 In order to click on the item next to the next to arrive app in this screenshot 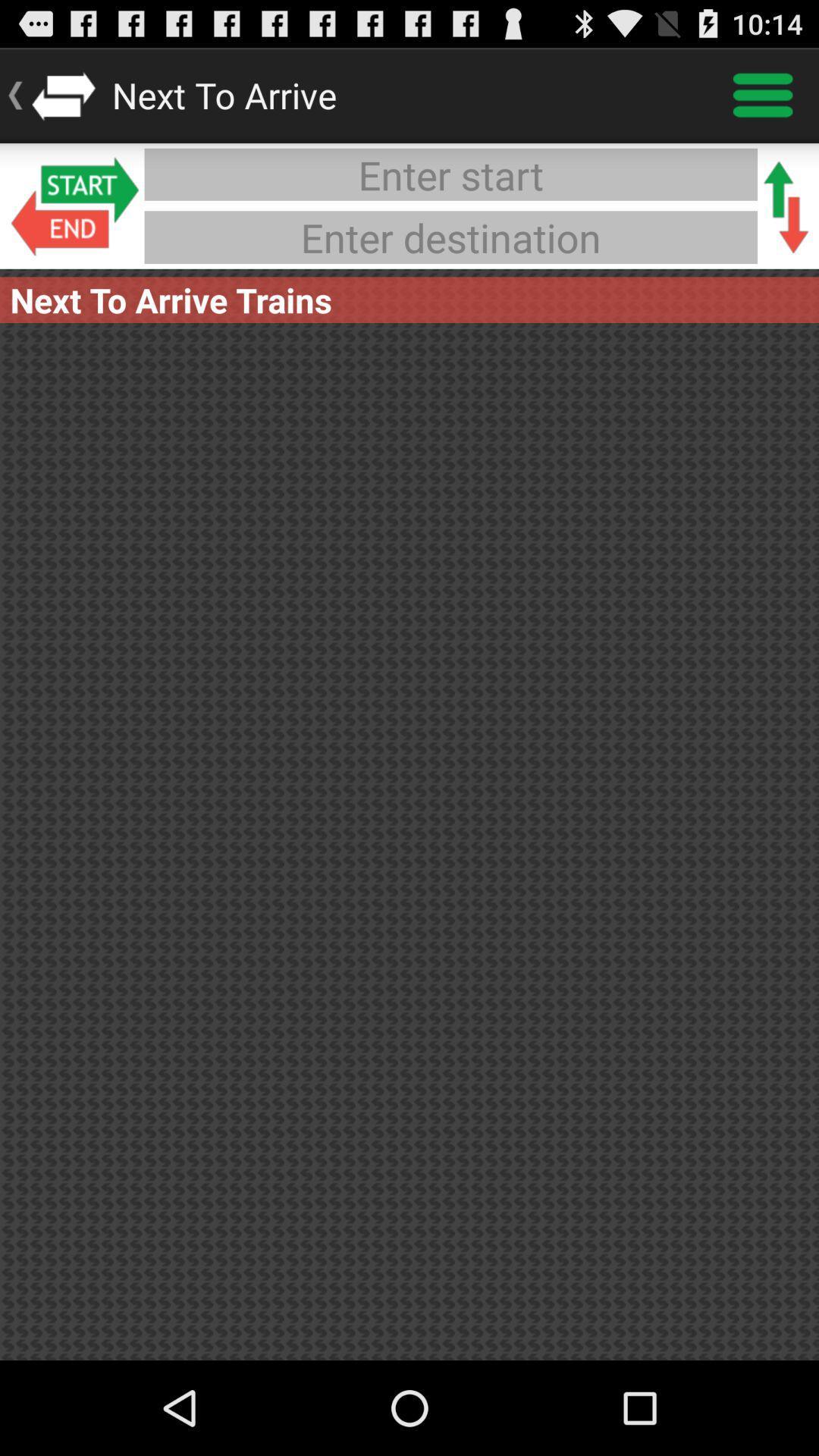, I will do `click(763, 94)`.